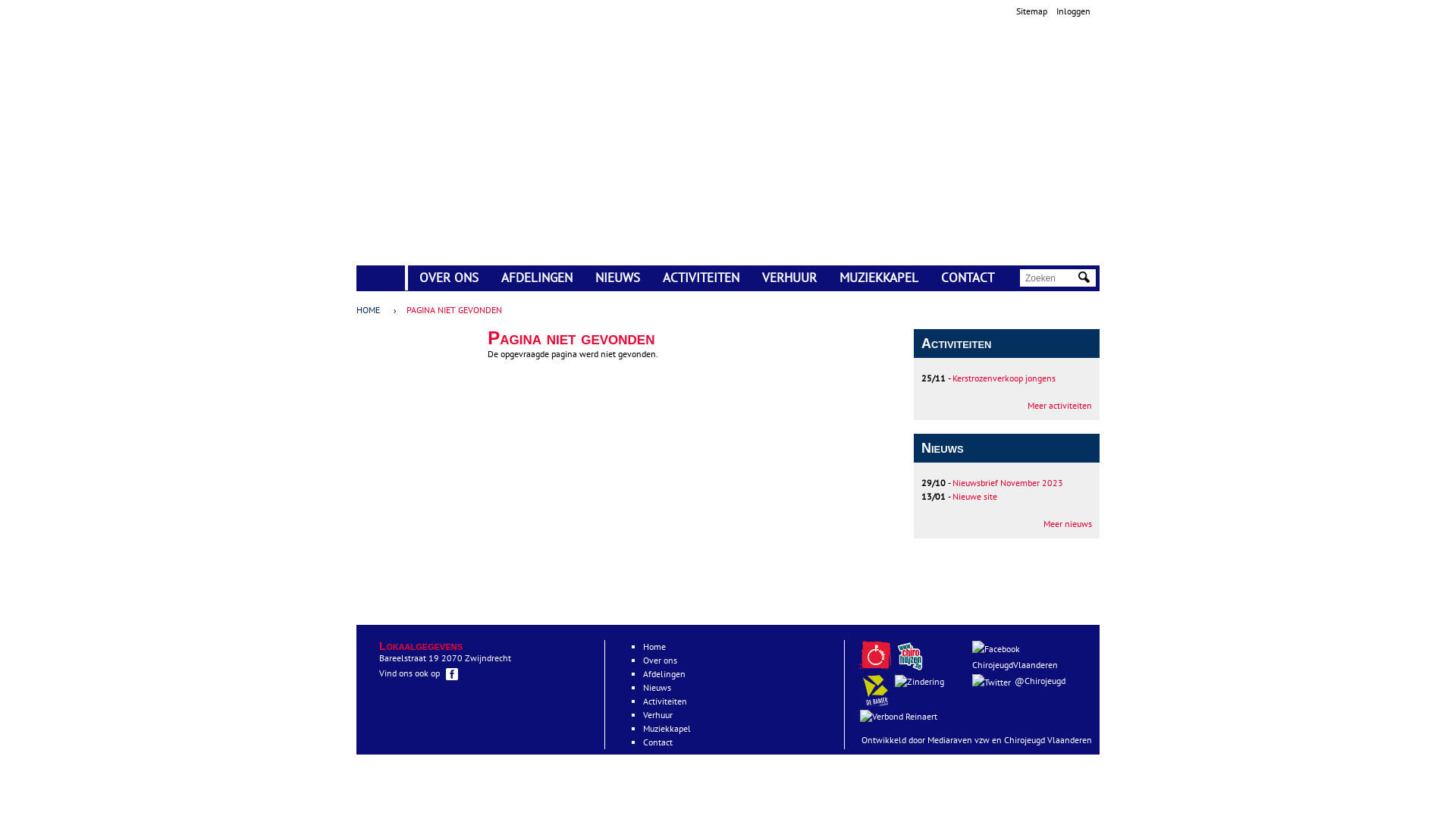  Describe the element at coordinates (912, 667) in the screenshot. I see `'Chirohuizen'` at that location.